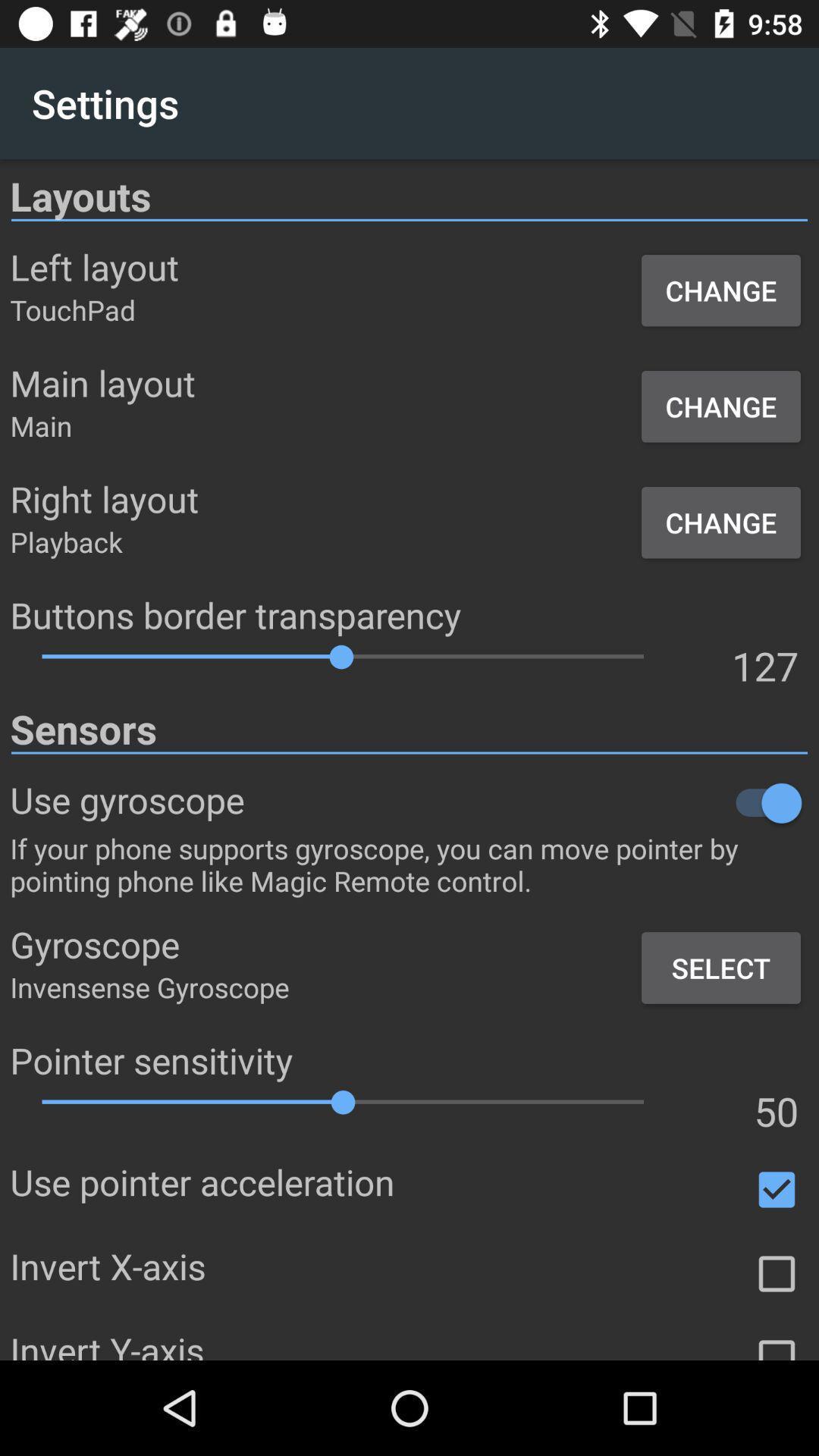 The width and height of the screenshot is (819, 1456). What do you see at coordinates (720, 967) in the screenshot?
I see `the item to the right of invensense gyroscope` at bounding box center [720, 967].